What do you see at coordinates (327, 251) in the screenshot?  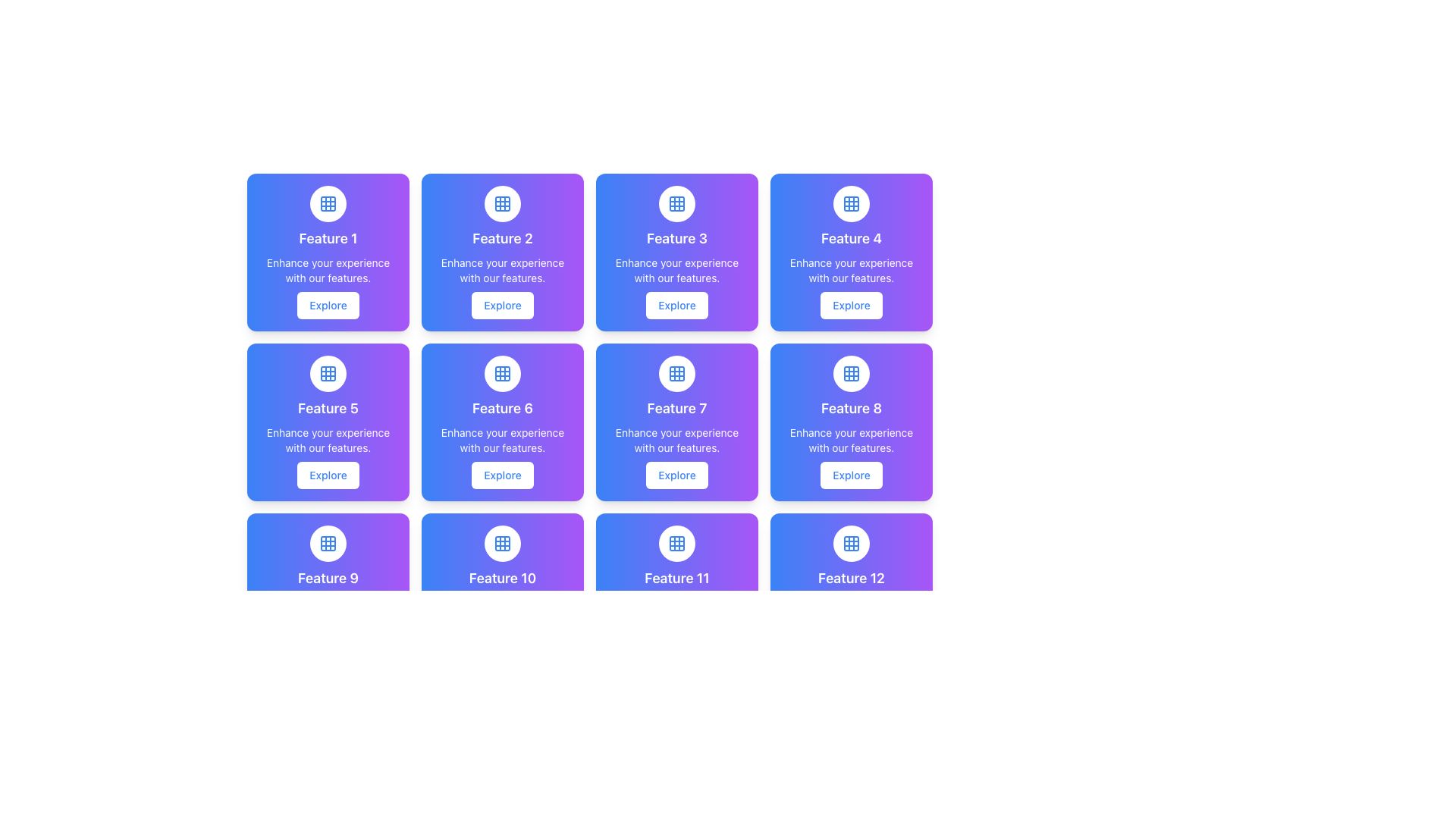 I see `the feature description card located in the upper-left corner of the grid layout by moving the cursor to its center point` at bounding box center [327, 251].